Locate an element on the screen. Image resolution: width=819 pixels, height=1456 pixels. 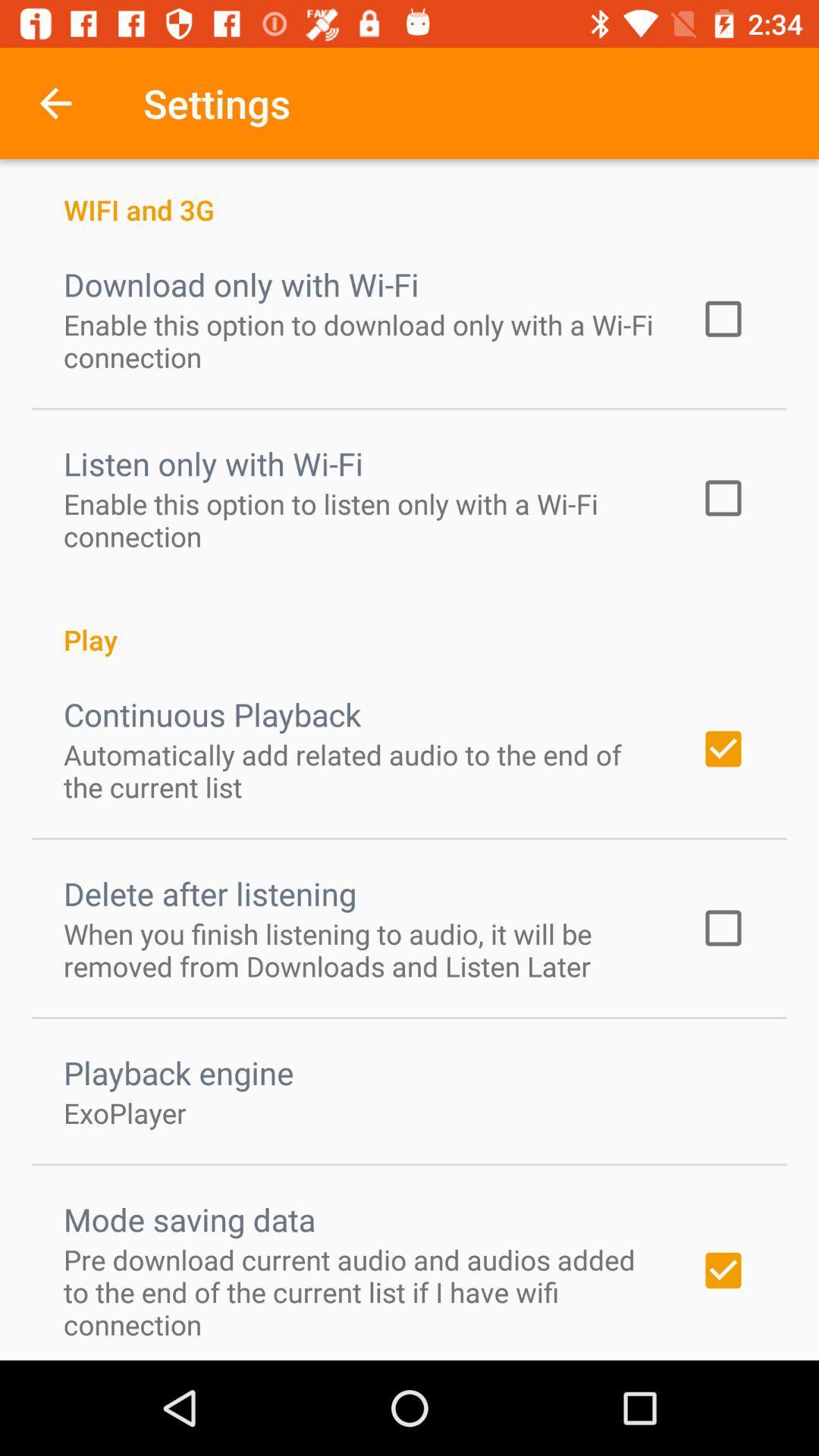
mode saving data item is located at coordinates (189, 1219).